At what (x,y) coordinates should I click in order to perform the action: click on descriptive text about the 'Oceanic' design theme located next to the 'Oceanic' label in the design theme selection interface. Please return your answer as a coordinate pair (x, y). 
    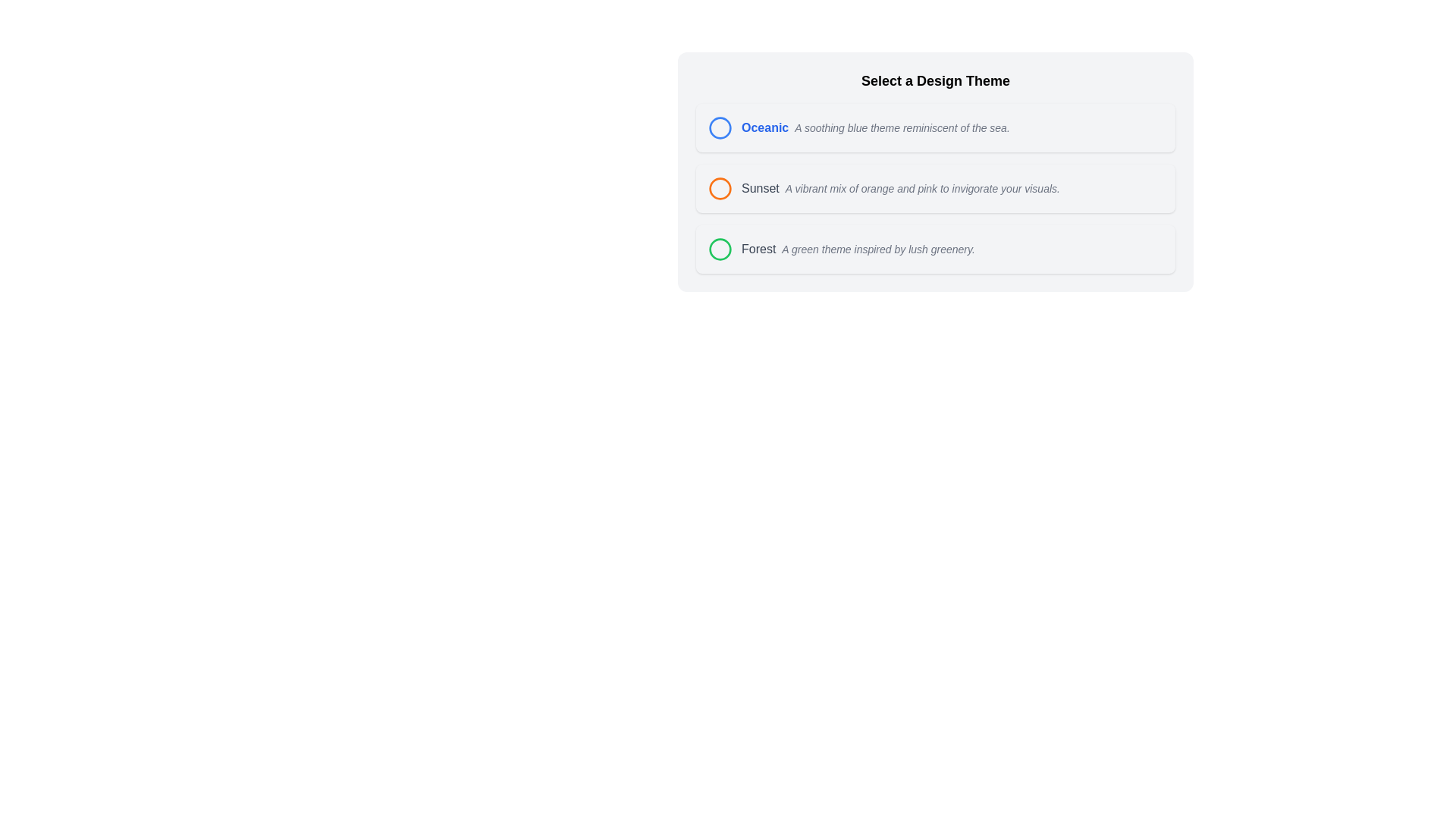
    Looking at the image, I should click on (902, 127).